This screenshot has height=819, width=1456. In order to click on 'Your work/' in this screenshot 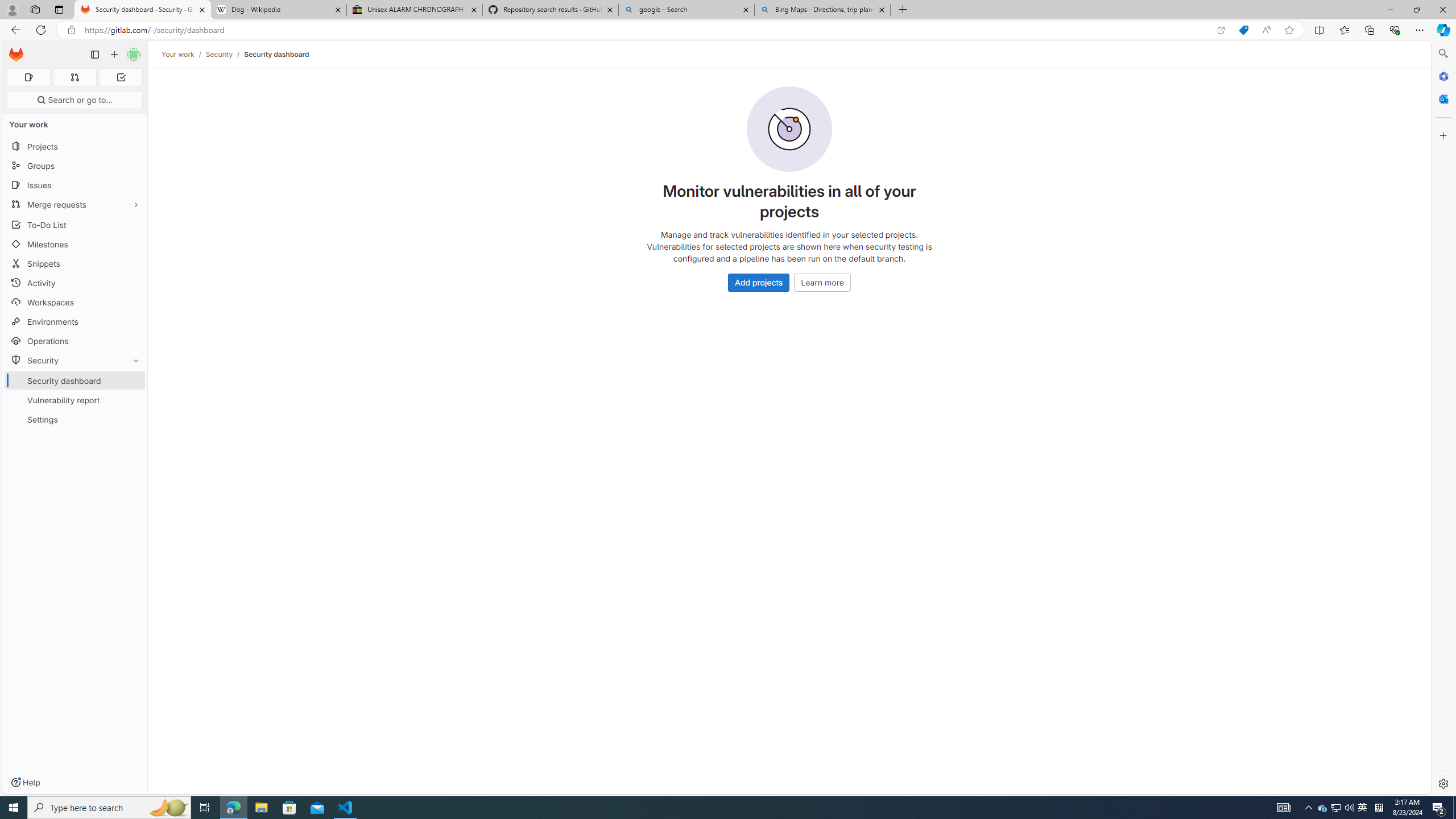, I will do `click(183, 54)`.